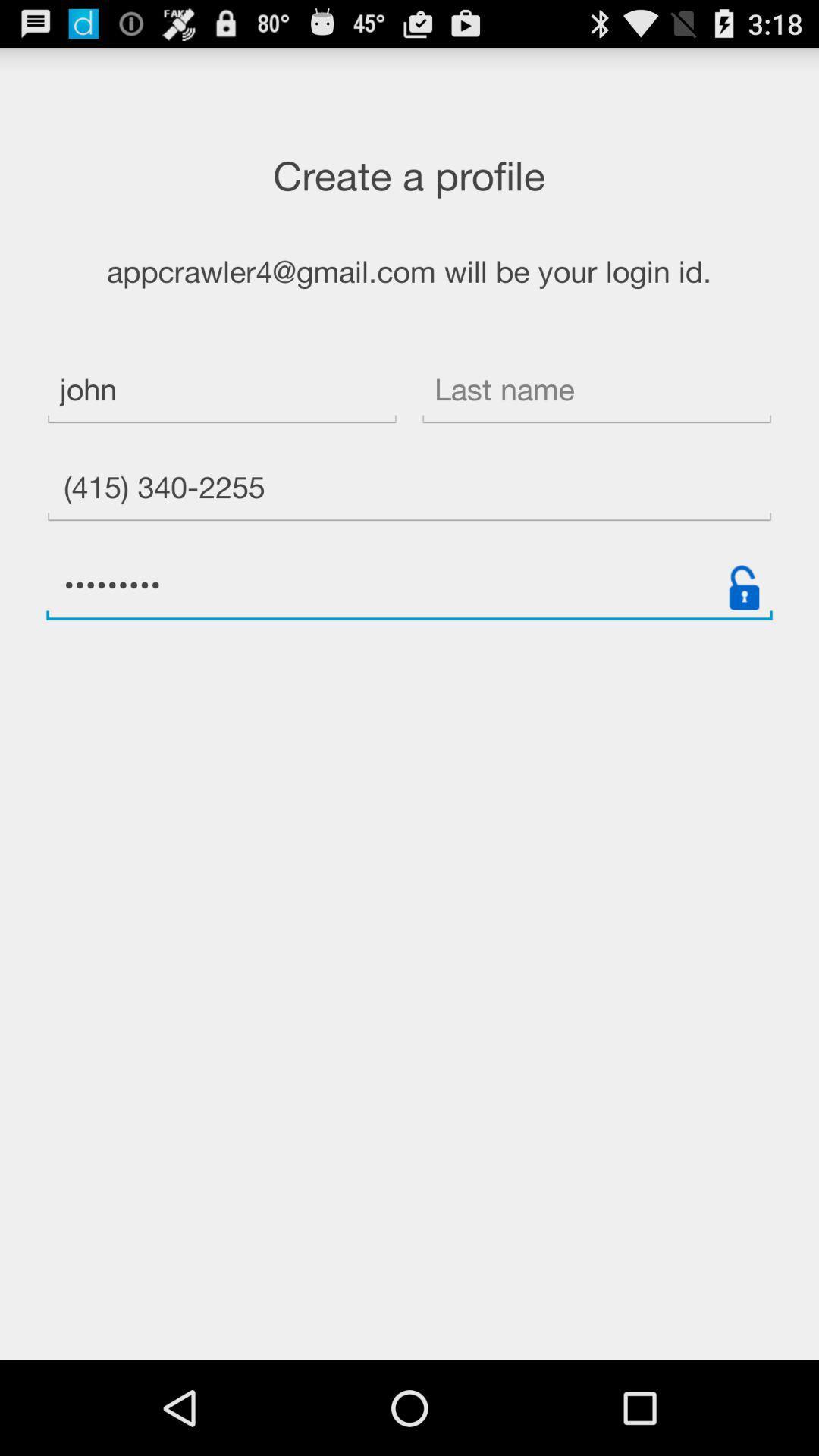 The height and width of the screenshot is (1456, 819). Describe the element at coordinates (596, 392) in the screenshot. I see `icon next to the john item` at that location.